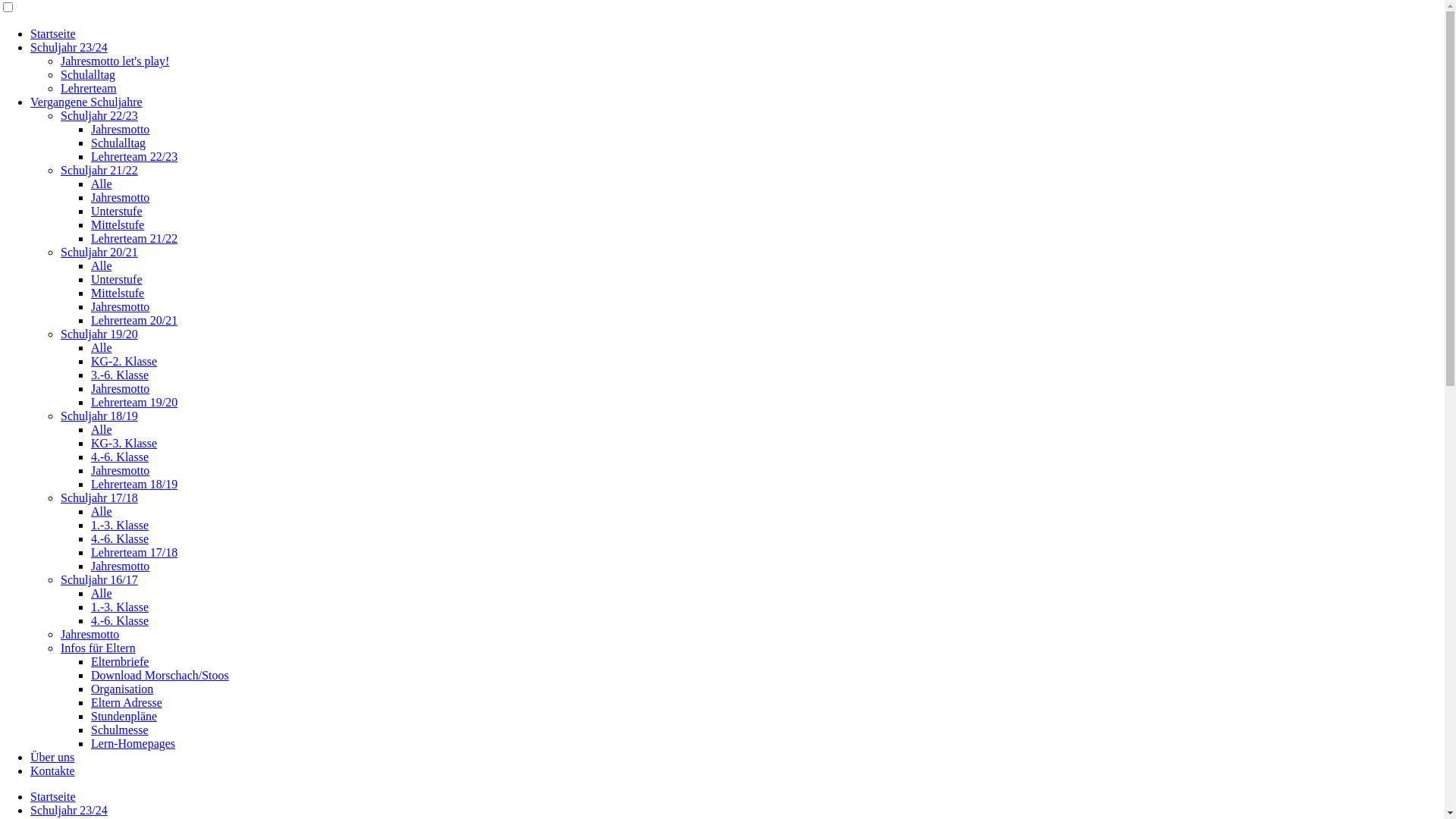 The width and height of the screenshot is (1456, 819). I want to click on 'Schuljahr 18/19', so click(98, 416).